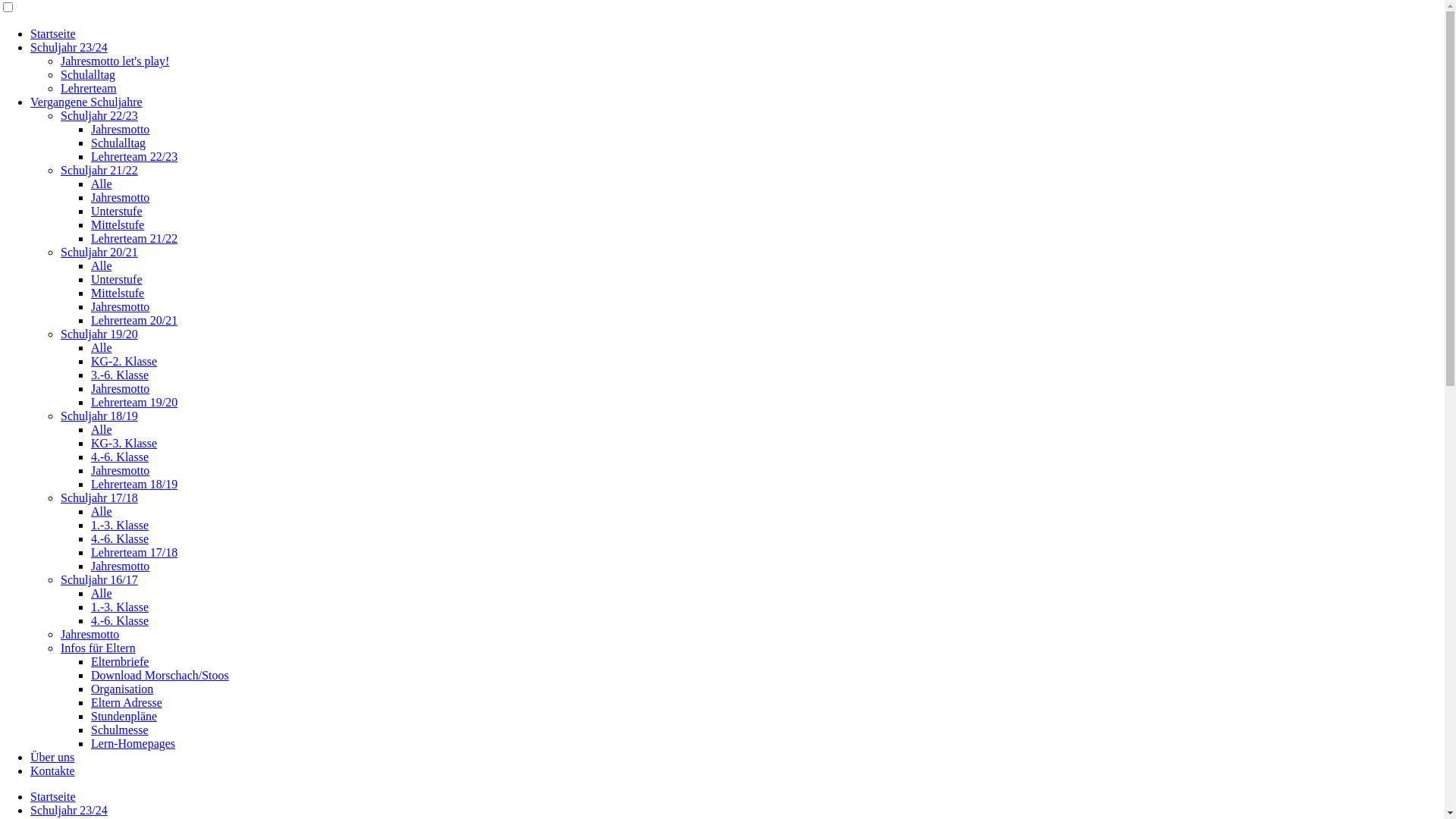 The width and height of the screenshot is (1456, 819). I want to click on 'Schuljahr 18/19', so click(98, 416).